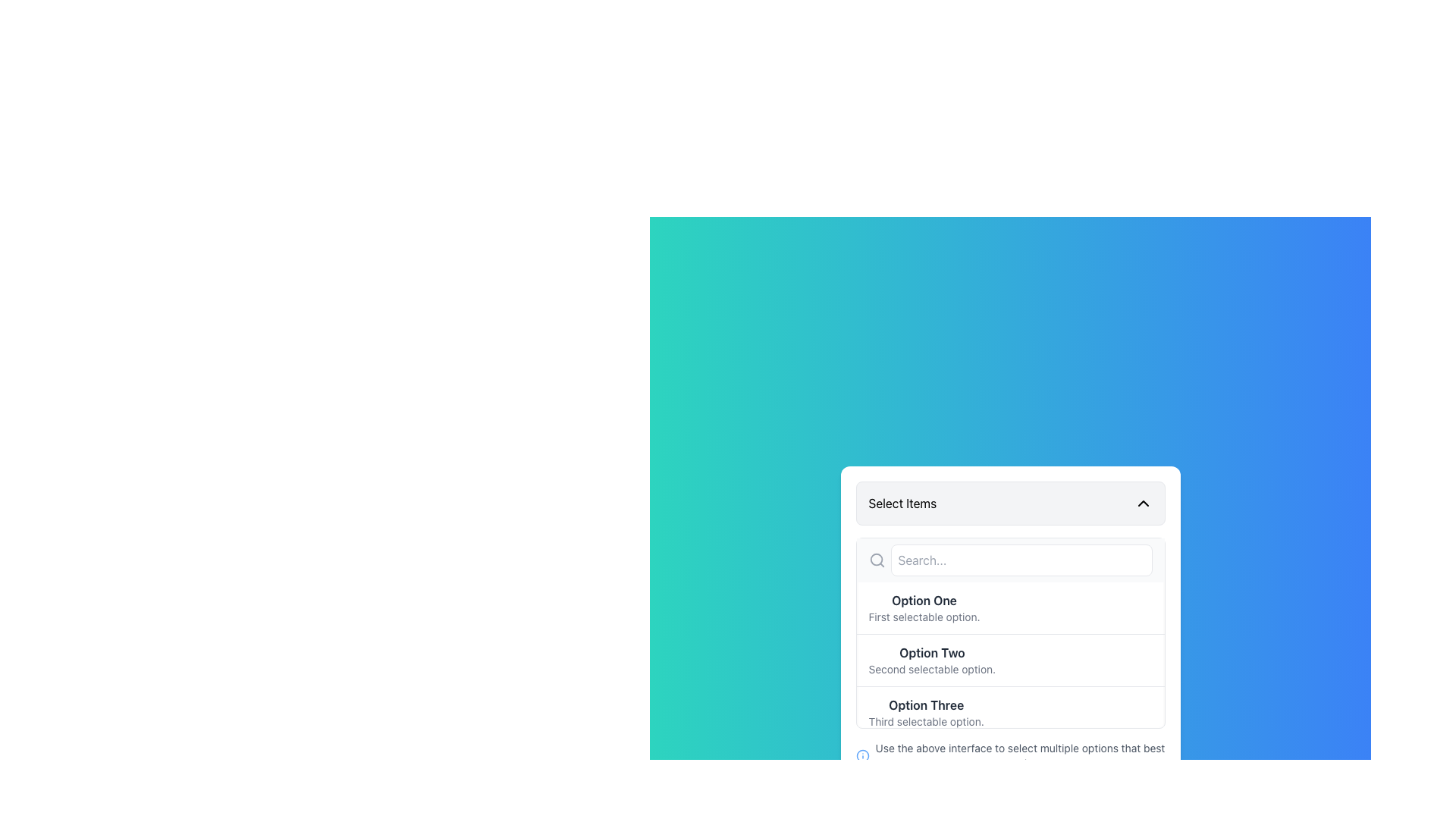 The height and width of the screenshot is (819, 1456). What do you see at coordinates (1010, 632) in the screenshot?
I see `the options in the 'Select Items' dropdown list` at bounding box center [1010, 632].